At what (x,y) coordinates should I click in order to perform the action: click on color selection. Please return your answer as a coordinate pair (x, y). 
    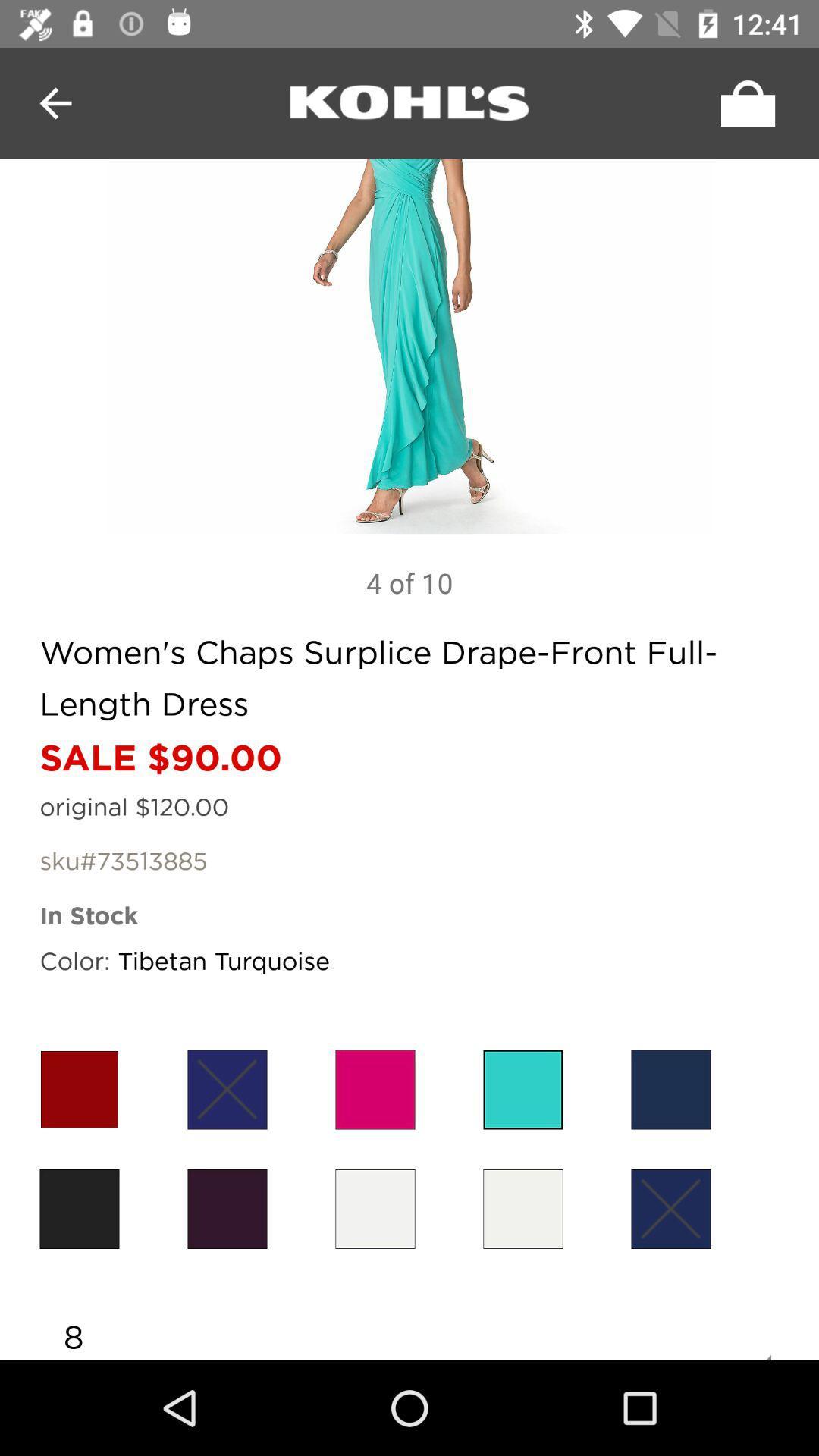
    Looking at the image, I should click on (375, 1208).